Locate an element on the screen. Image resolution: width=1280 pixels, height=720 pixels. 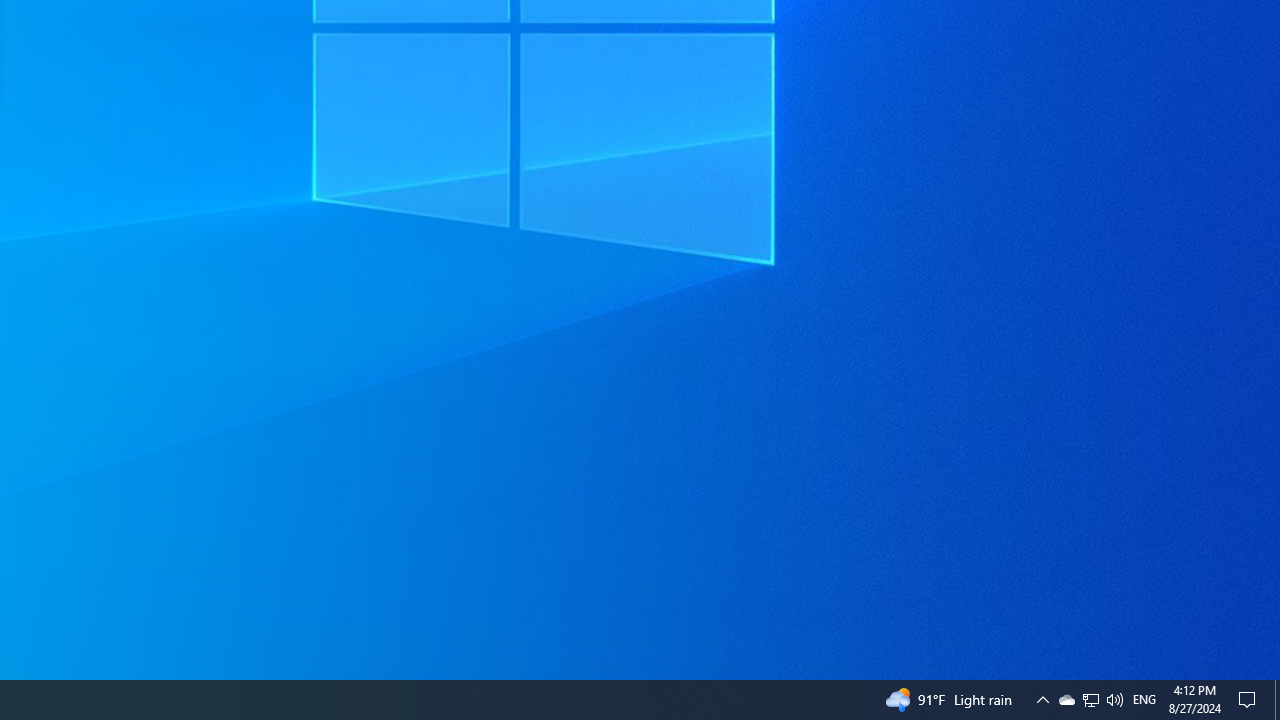
'Tray Input Indicator - English (United States)' is located at coordinates (1144, 698).